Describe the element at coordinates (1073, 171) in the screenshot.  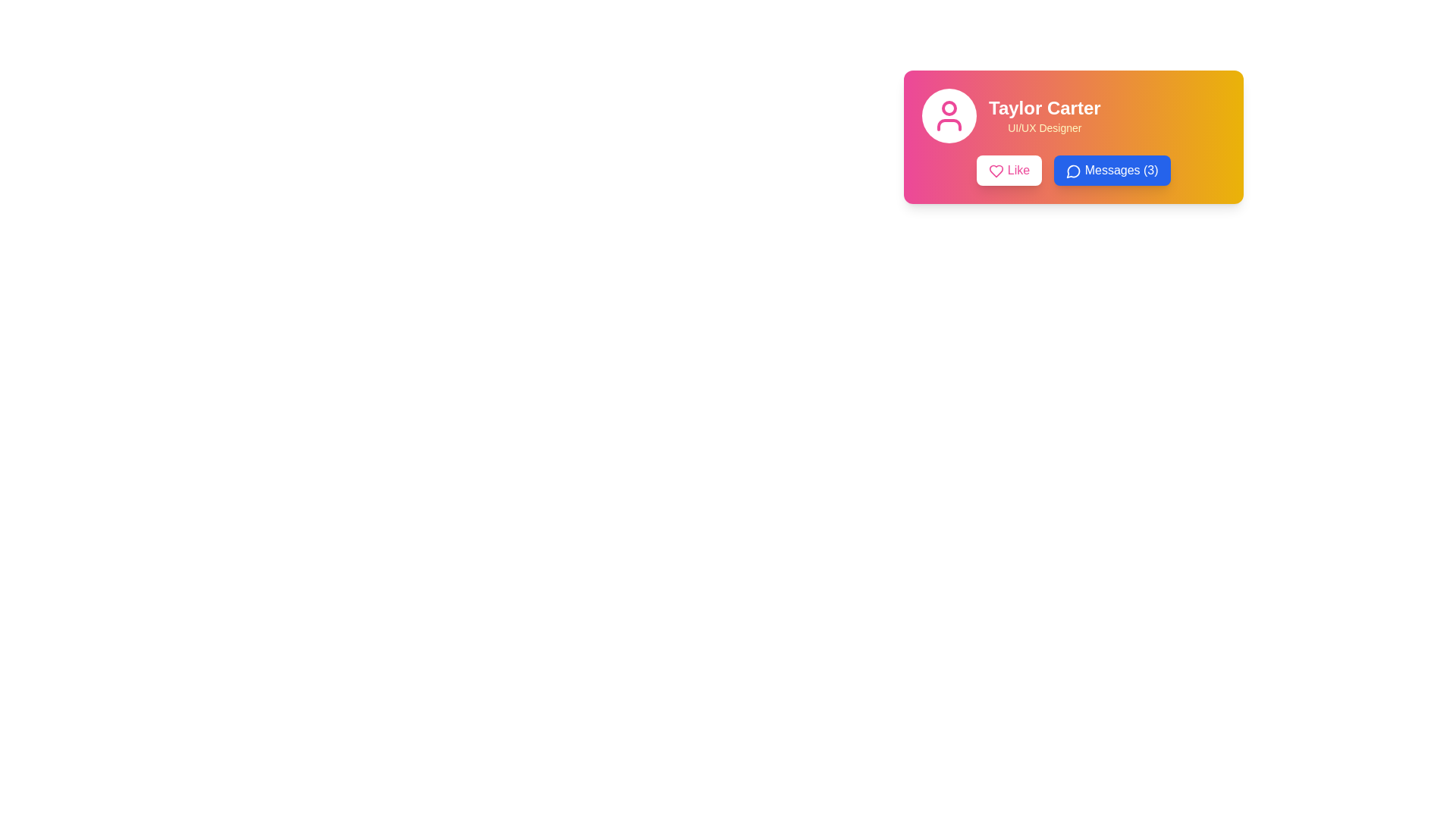
I see `the decorative messaging icon located to the left of the 'Messages (3)' label within the blue button at the lower-right of the card component for Taylor Carter` at that location.